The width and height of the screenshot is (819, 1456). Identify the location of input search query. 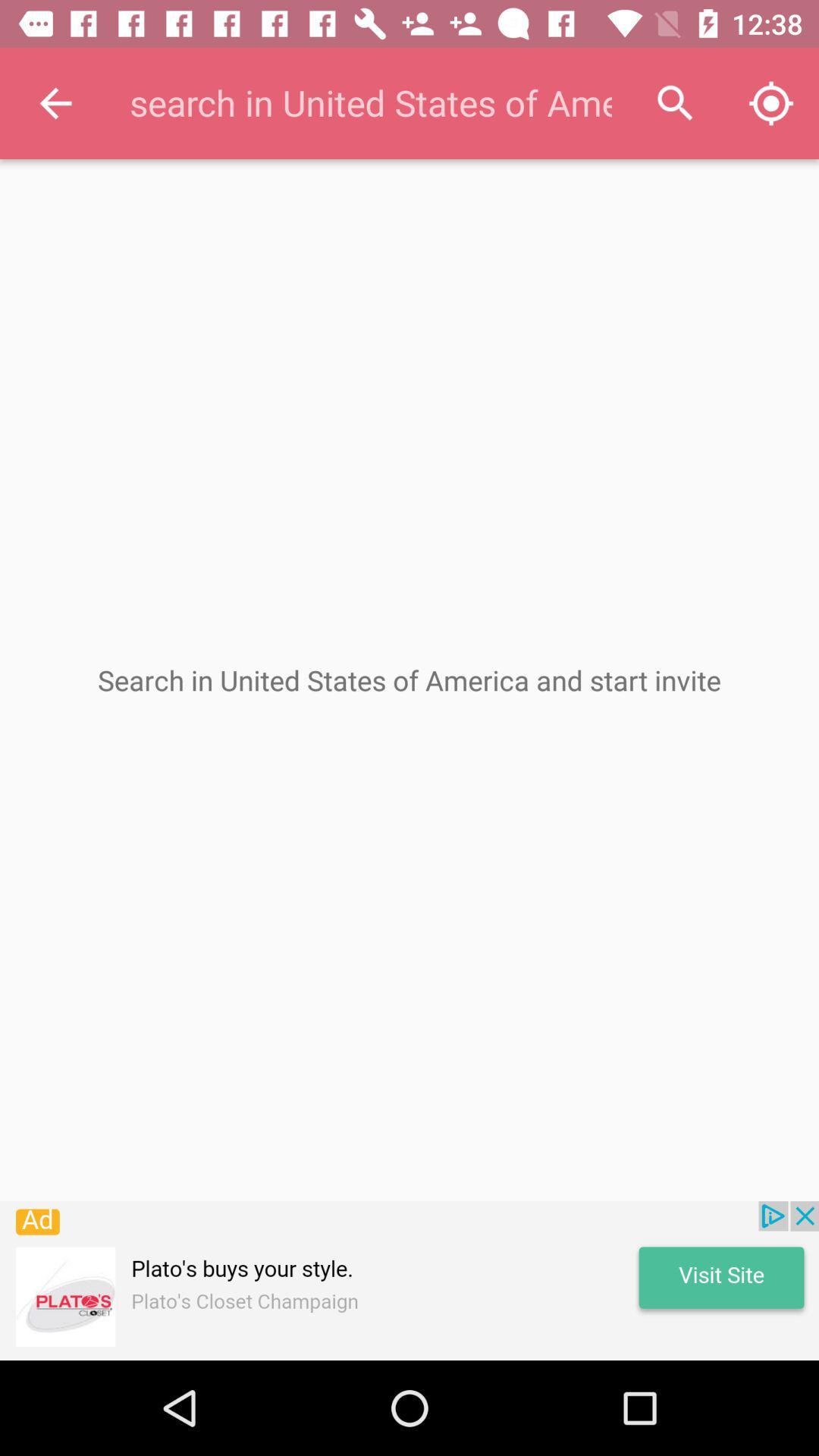
(369, 102).